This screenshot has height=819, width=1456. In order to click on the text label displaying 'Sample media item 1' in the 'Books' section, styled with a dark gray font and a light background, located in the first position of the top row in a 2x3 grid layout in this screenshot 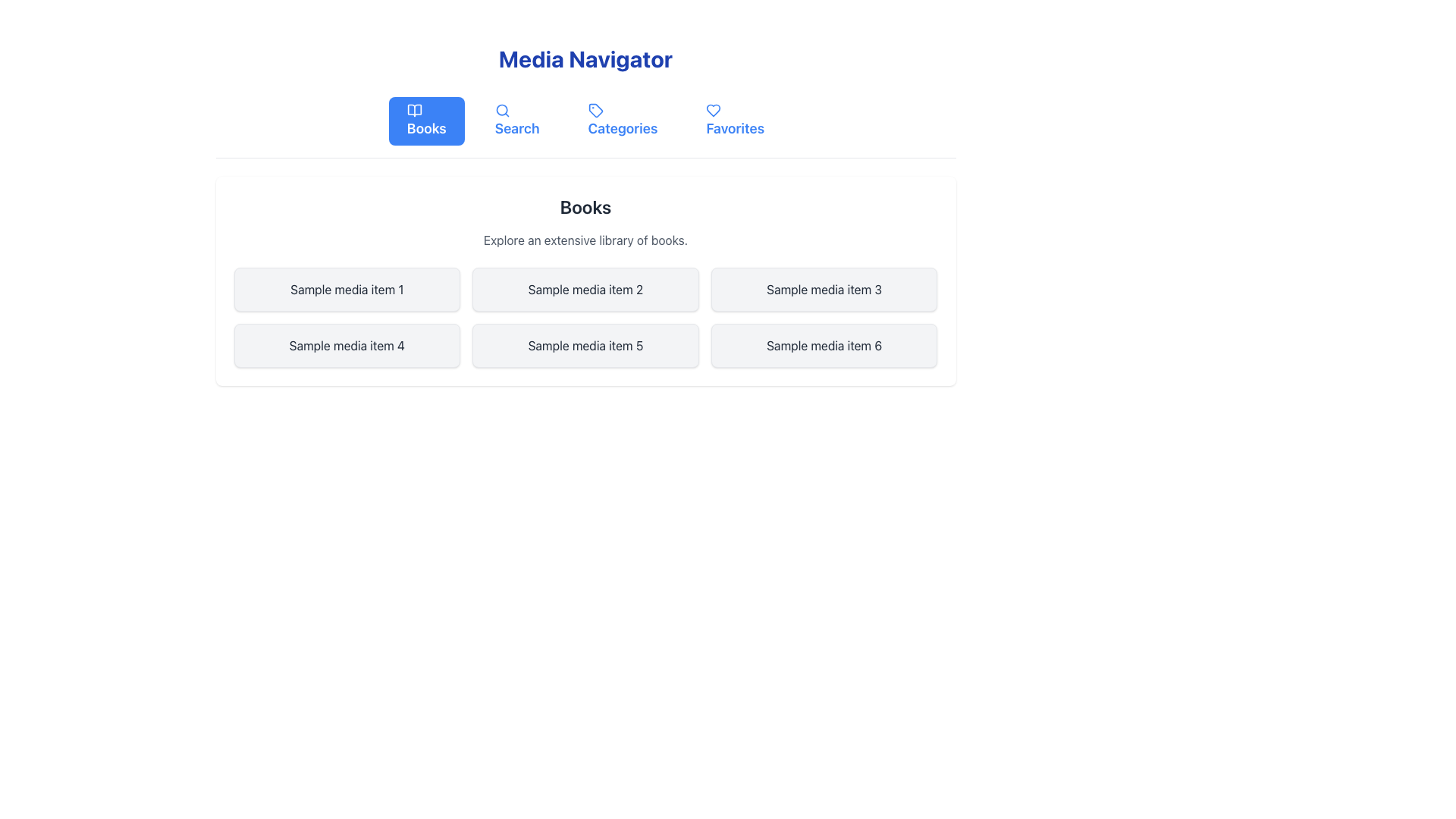, I will do `click(346, 289)`.